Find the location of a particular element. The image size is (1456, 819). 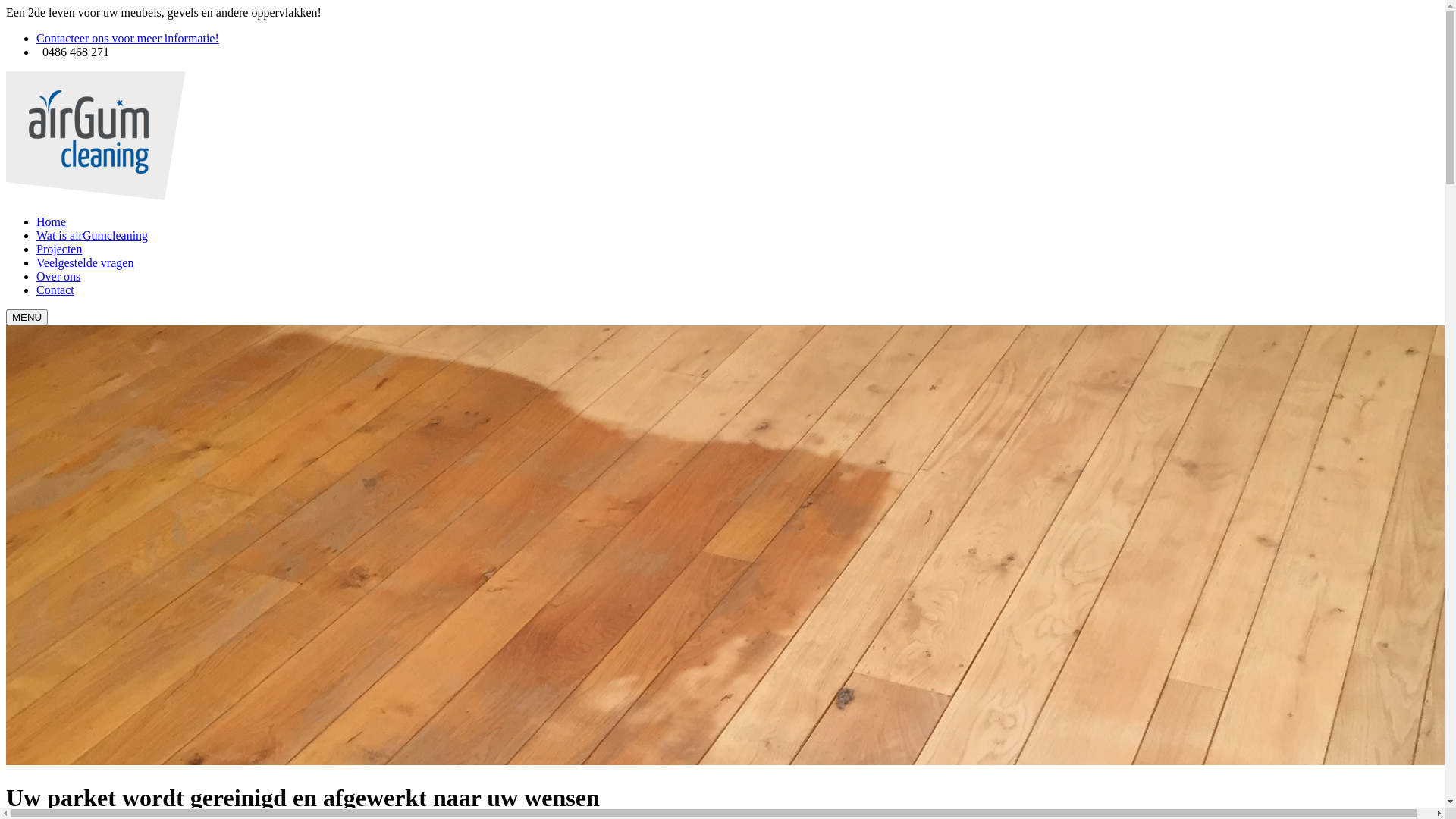

'Contact' is located at coordinates (55, 290).